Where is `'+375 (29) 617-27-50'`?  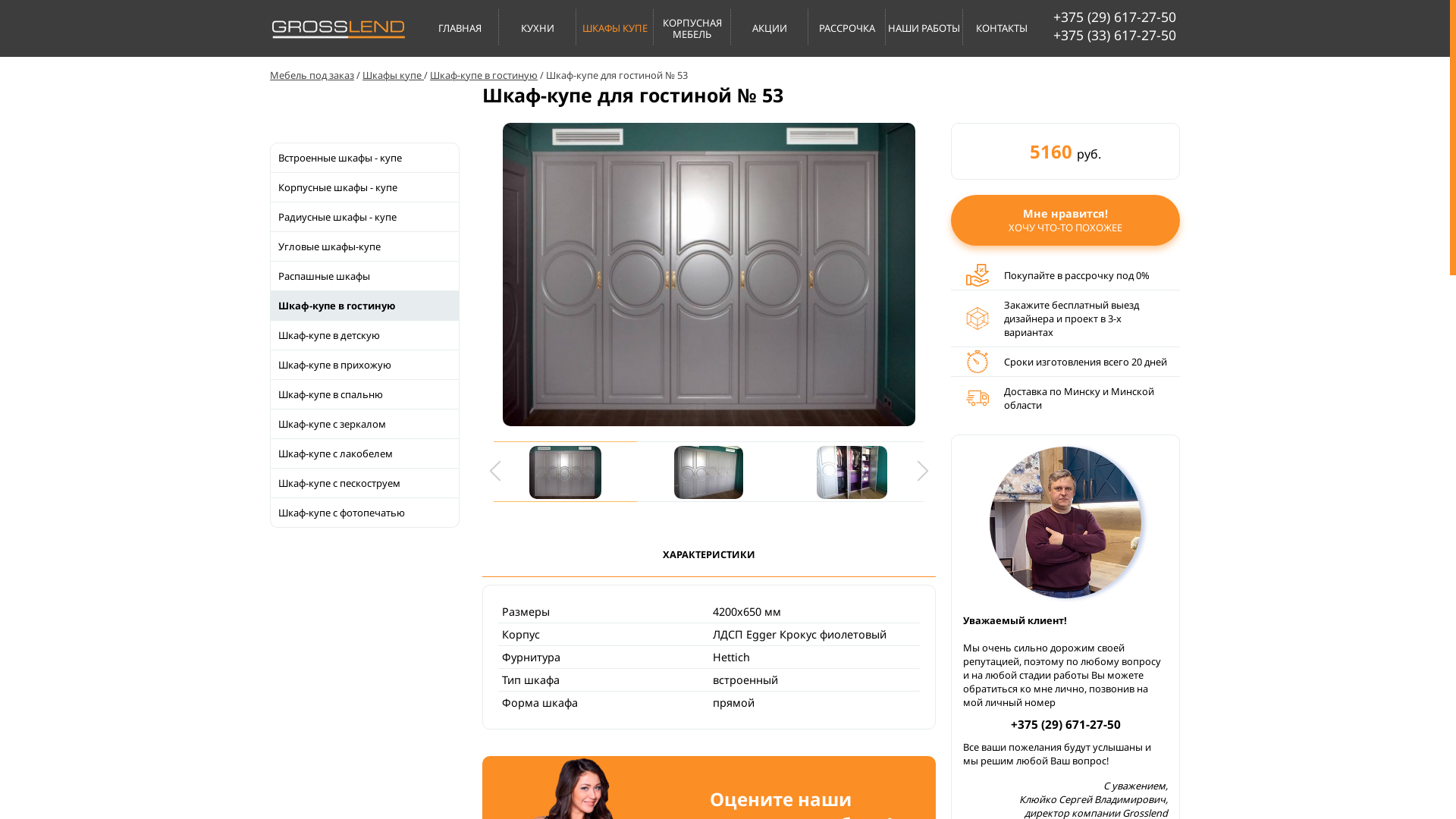 '+375 (29) 617-27-50' is located at coordinates (1114, 17).